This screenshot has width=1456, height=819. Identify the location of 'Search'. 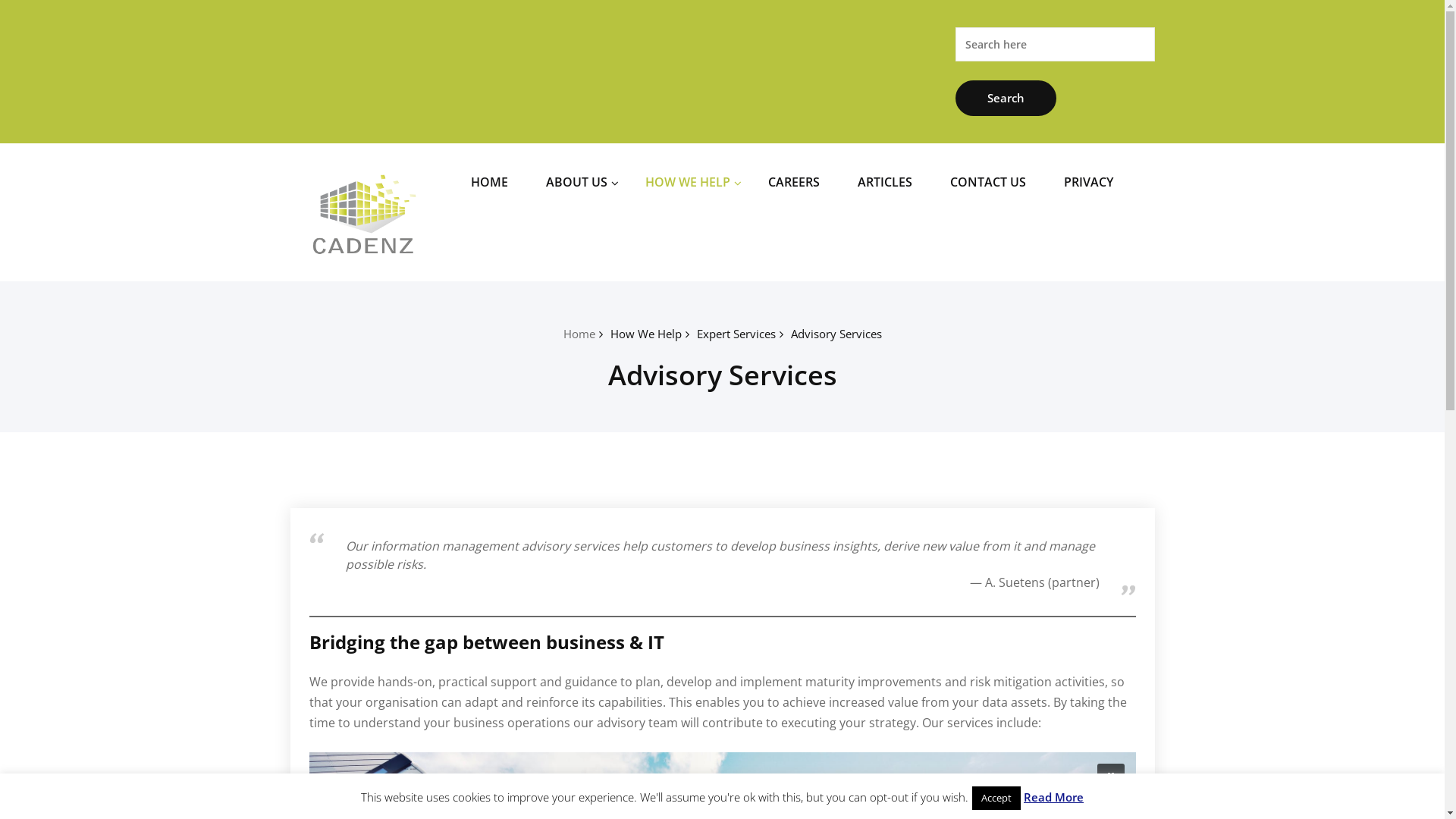
(1006, 98).